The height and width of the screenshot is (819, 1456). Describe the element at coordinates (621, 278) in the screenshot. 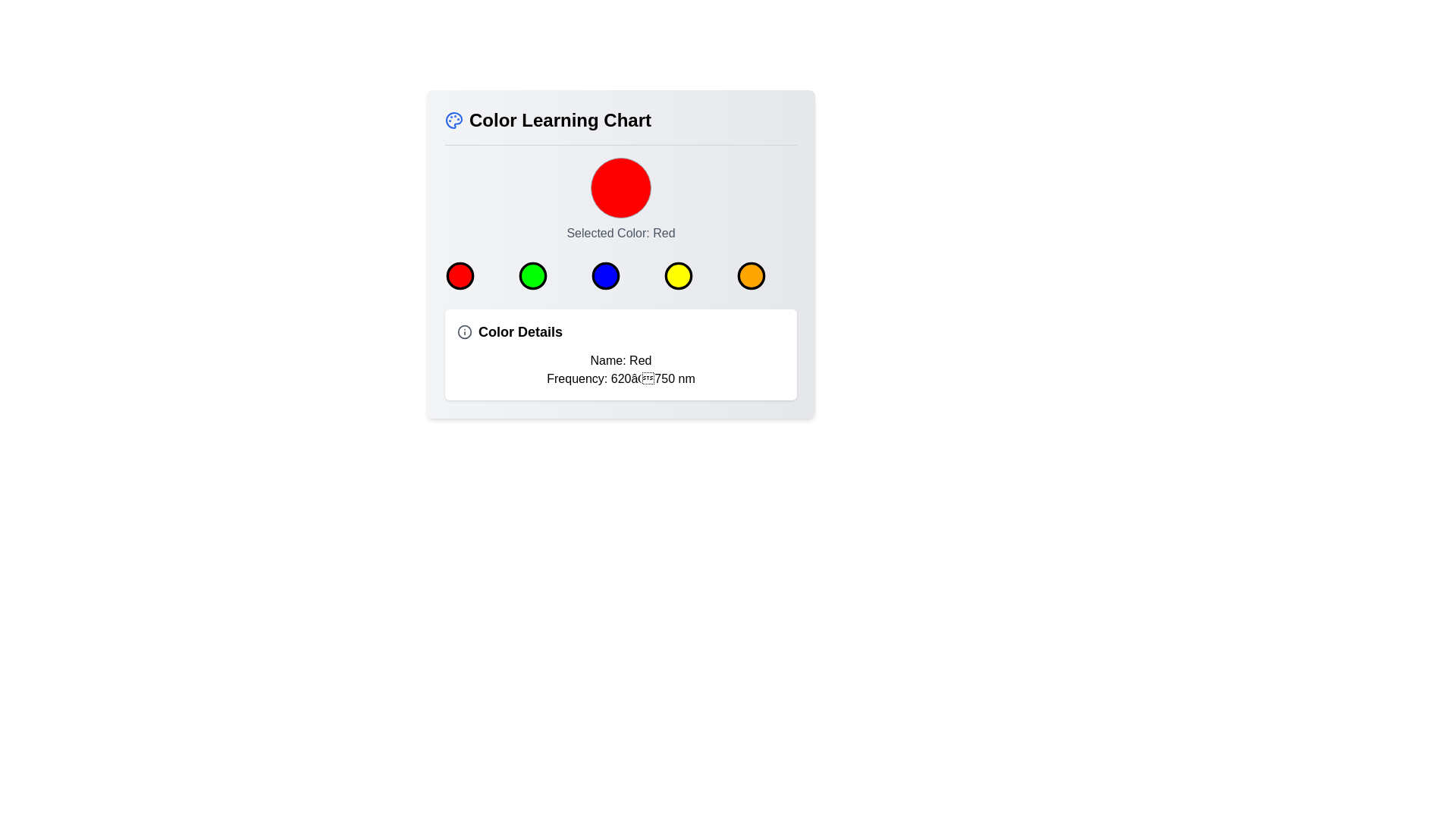

I see `the blue circle button in the color selection interface` at that location.